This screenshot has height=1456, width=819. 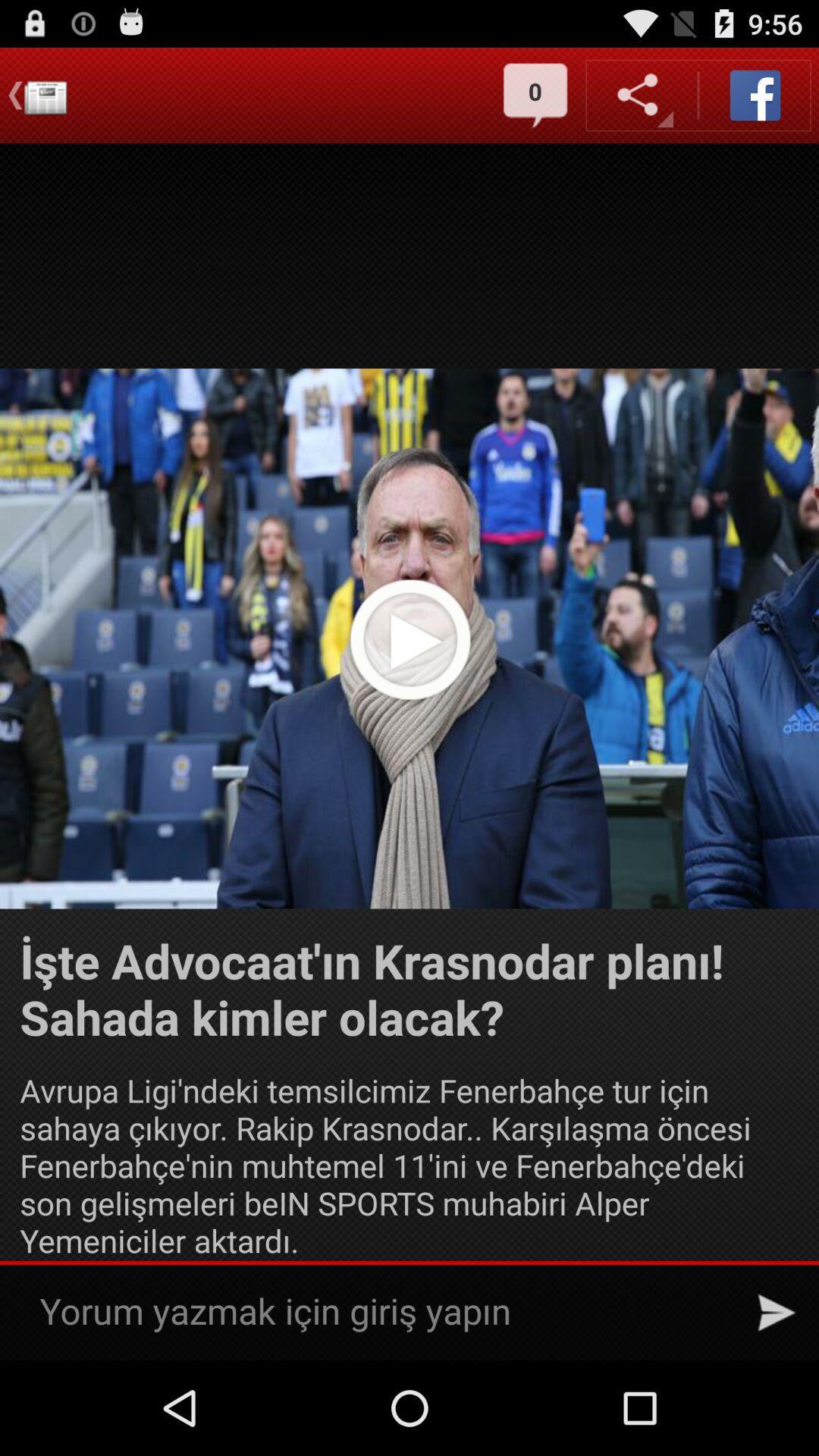 I want to click on send message, so click(x=777, y=1312).